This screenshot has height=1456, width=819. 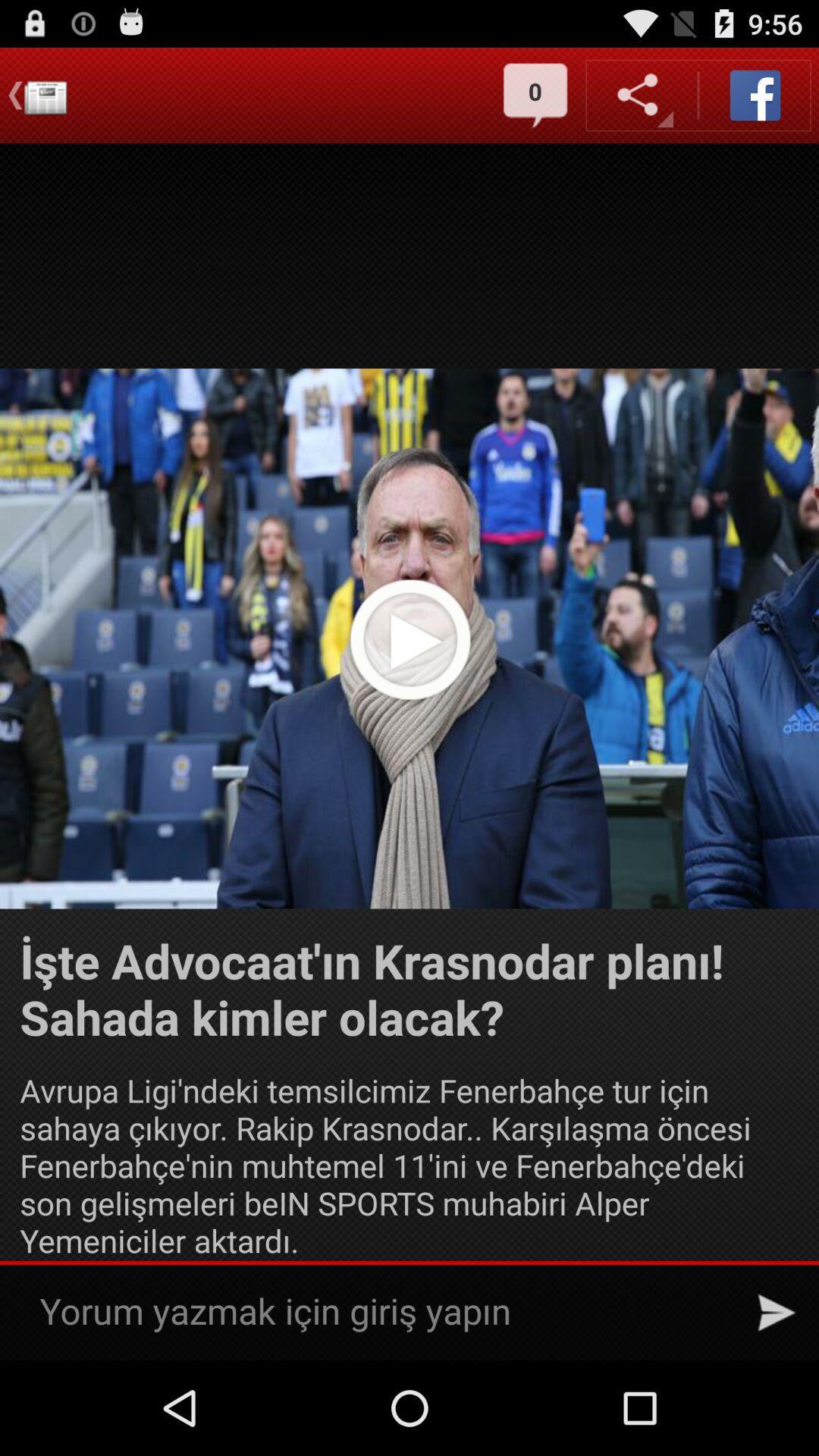 I want to click on send message, so click(x=777, y=1312).